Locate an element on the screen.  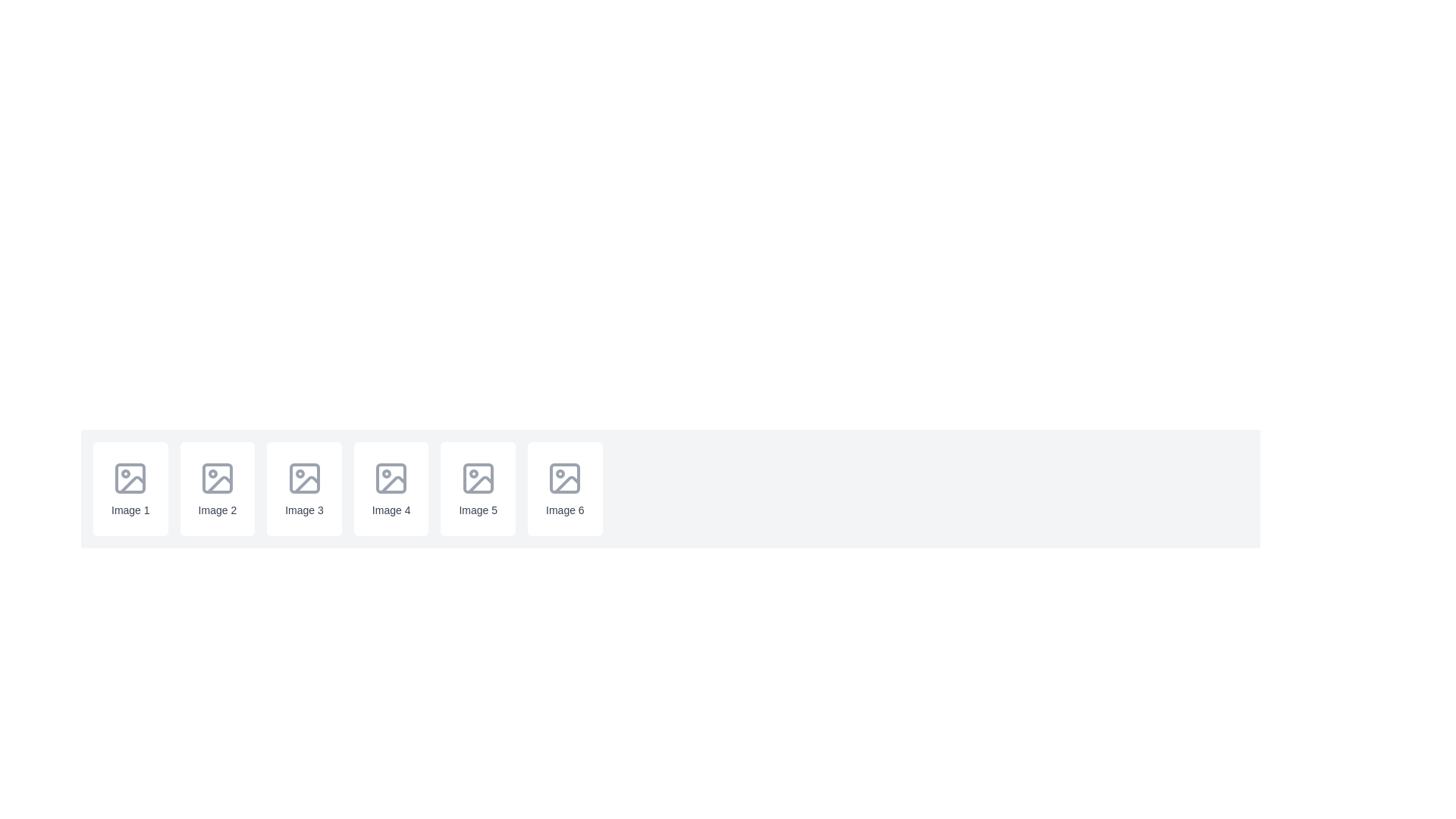
the decorative SVG Rectangle located within the fifth icon of a horizontal carousel is located at coordinates (477, 479).